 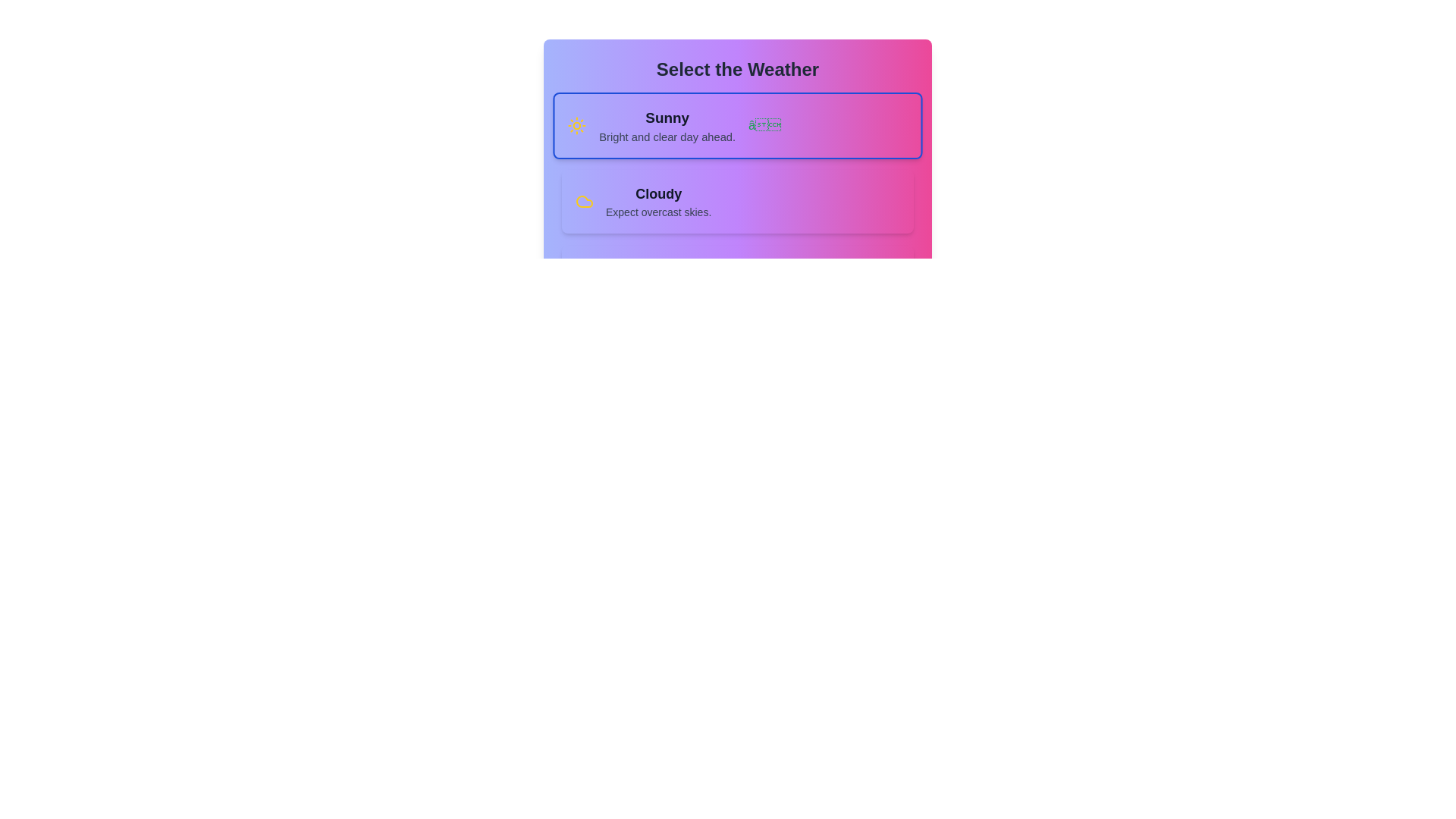 What do you see at coordinates (658, 201) in the screenshot?
I see `text from the Text Block that displays 'Cloudy' and 'Expect overcast skies.'` at bounding box center [658, 201].